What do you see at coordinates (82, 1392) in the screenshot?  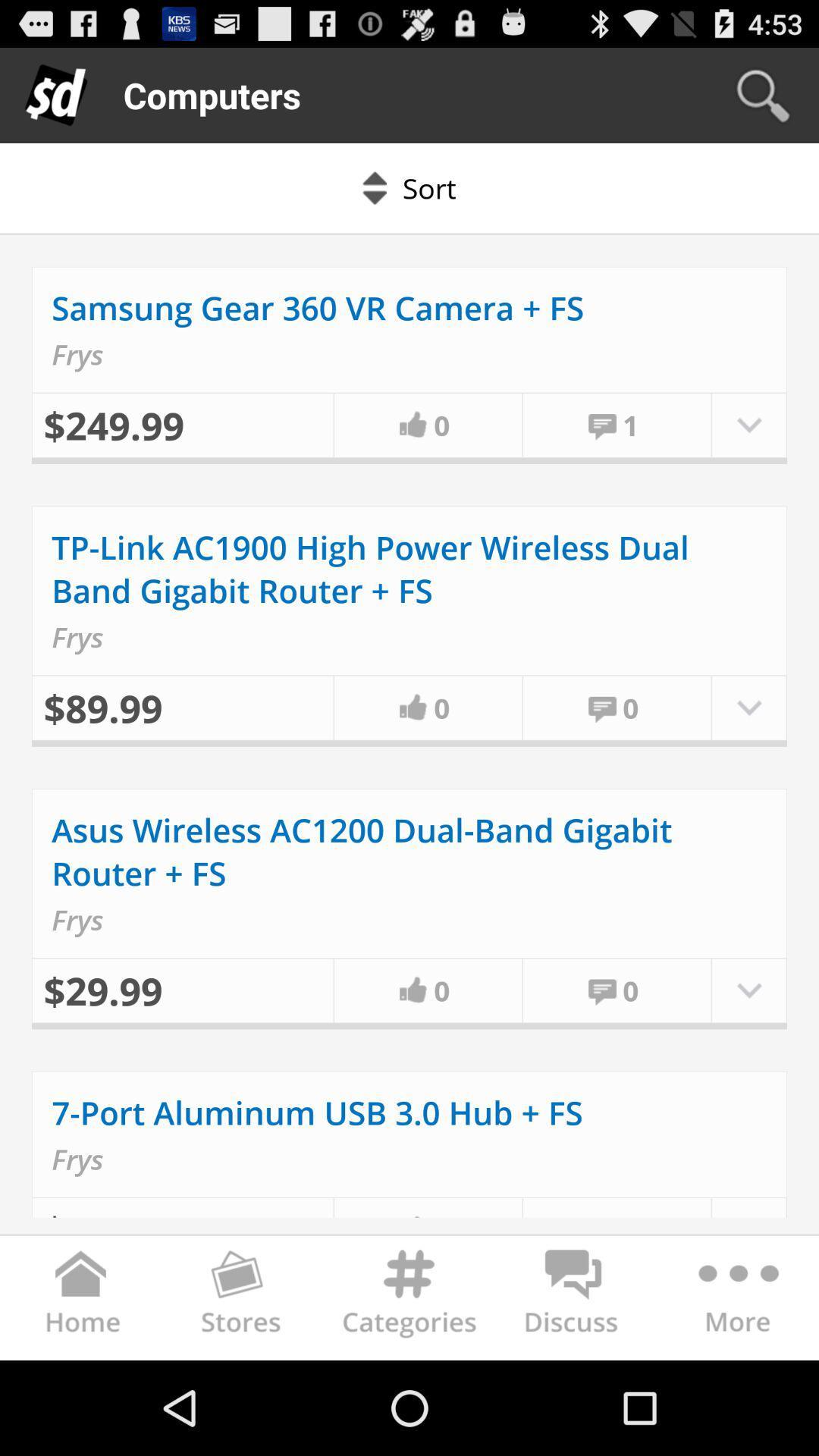 I see `the home icon` at bounding box center [82, 1392].